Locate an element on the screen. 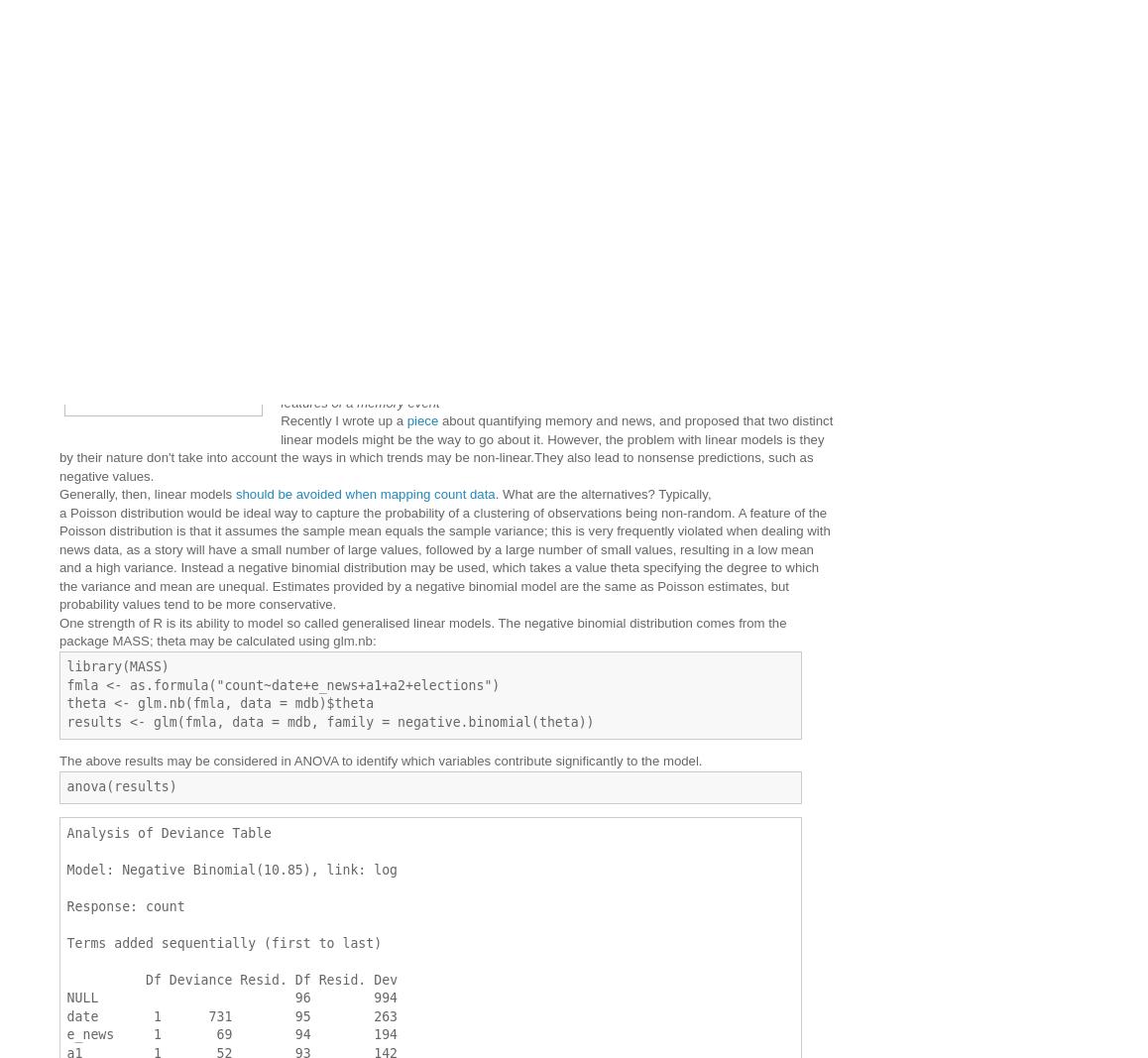  'Better modelling and visualisation of newspaper count data' is located at coordinates (369, 211).